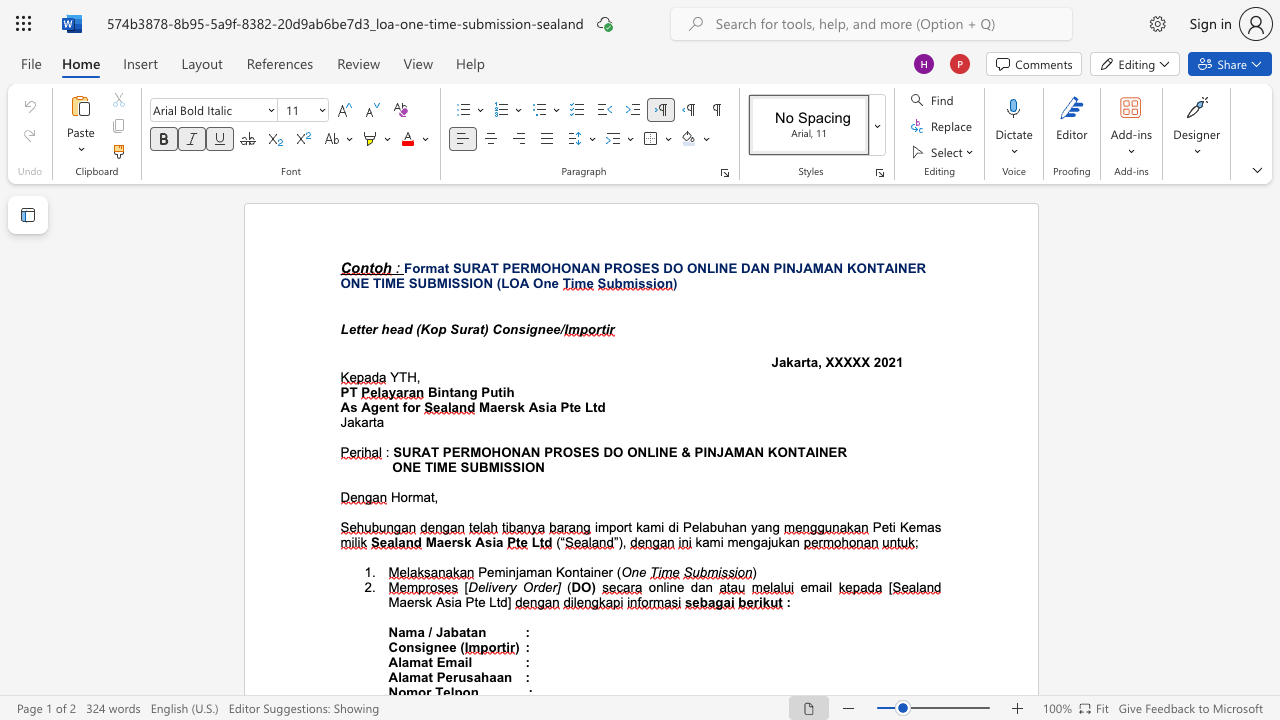  What do you see at coordinates (450, 542) in the screenshot?
I see `the subset text "rsk" within the text "Maersk Asia"` at bounding box center [450, 542].